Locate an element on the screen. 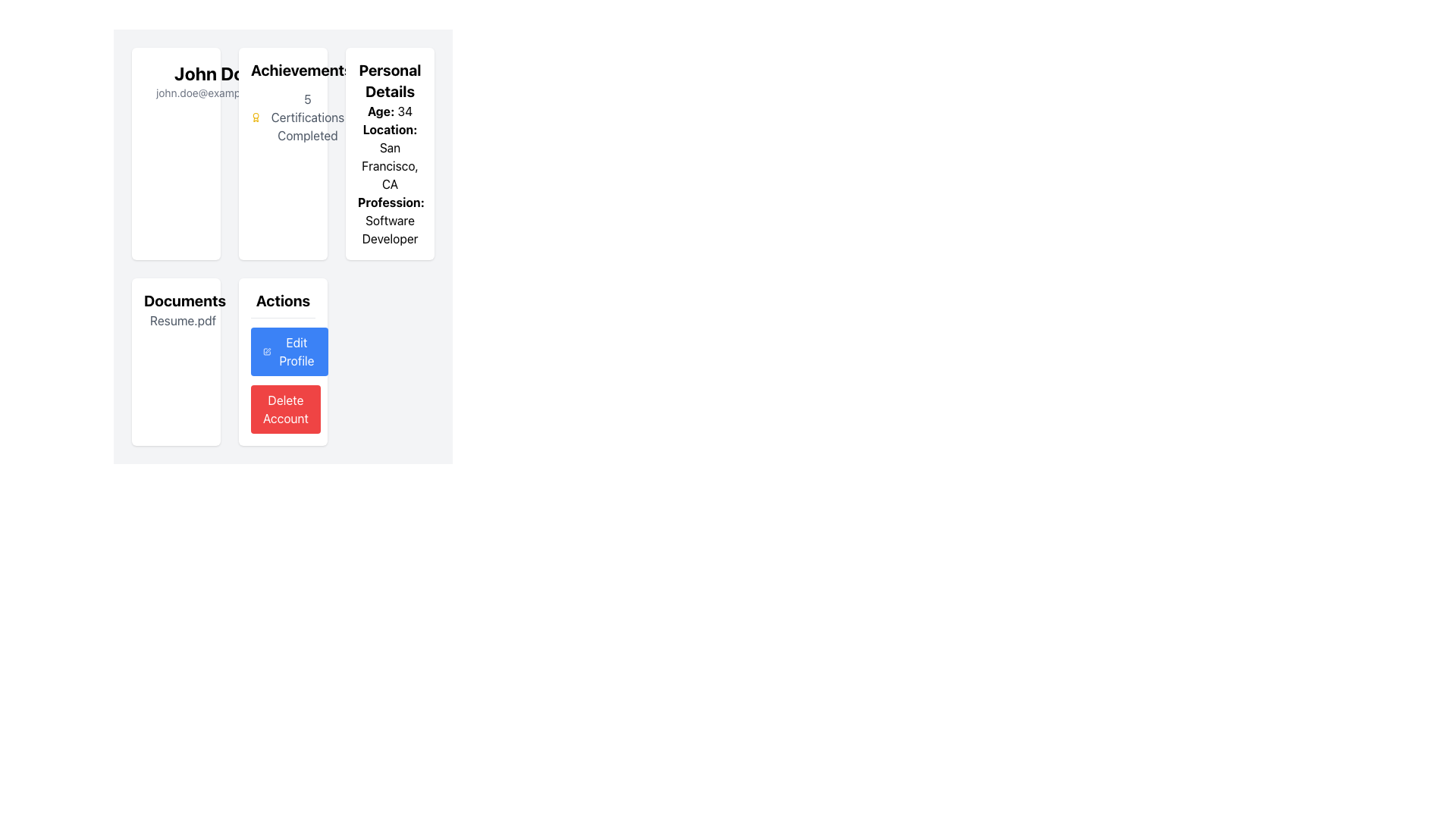  the static text element labeled 'Location:' which is positioned in the 'Personal Details' section, below 'Age: 34' and above 'San Francisco, CA' is located at coordinates (390, 128).